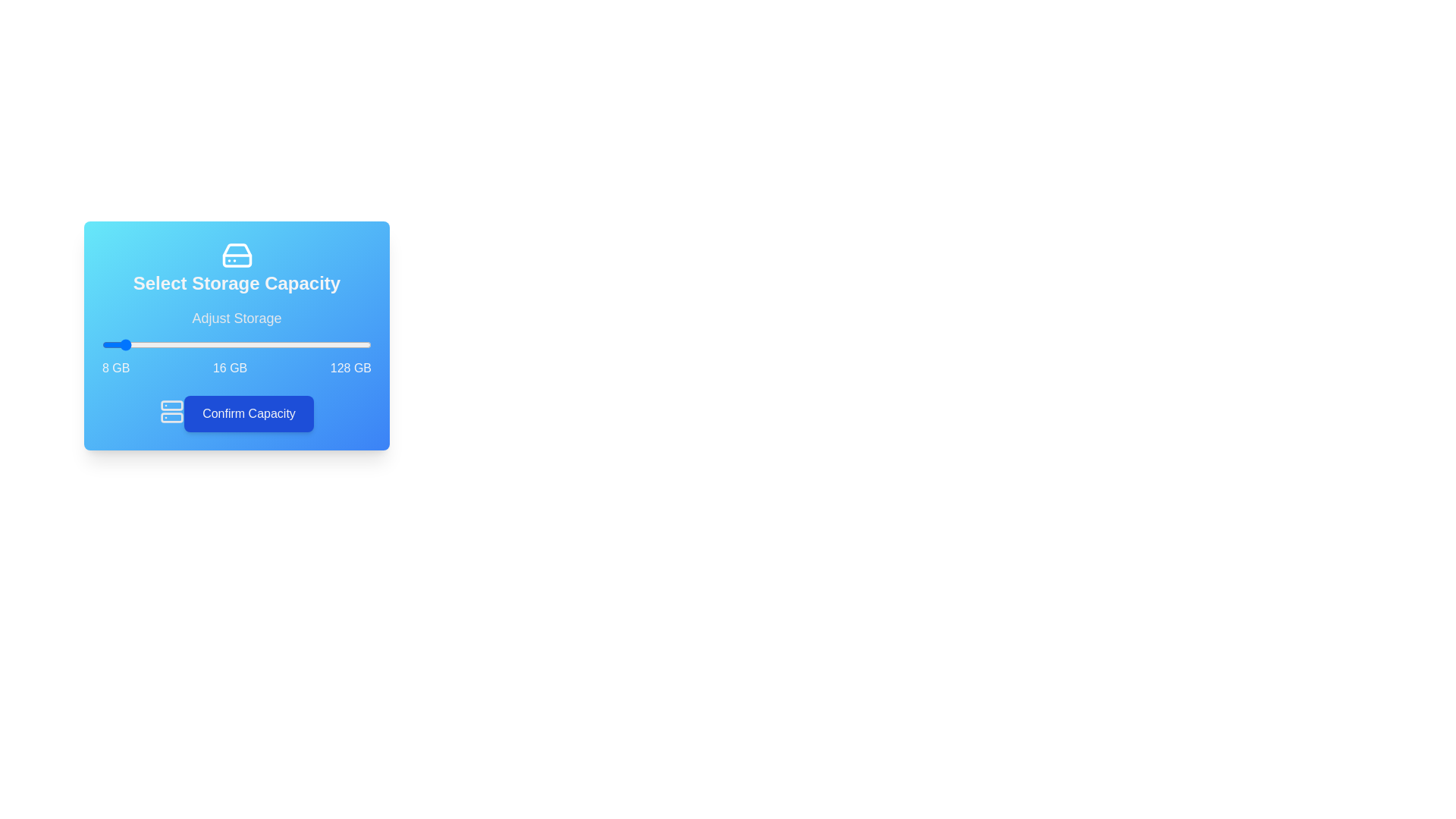 The height and width of the screenshot is (819, 1456). Describe the element at coordinates (249, 414) in the screenshot. I see `the 'Confirm Capacity' button` at that location.